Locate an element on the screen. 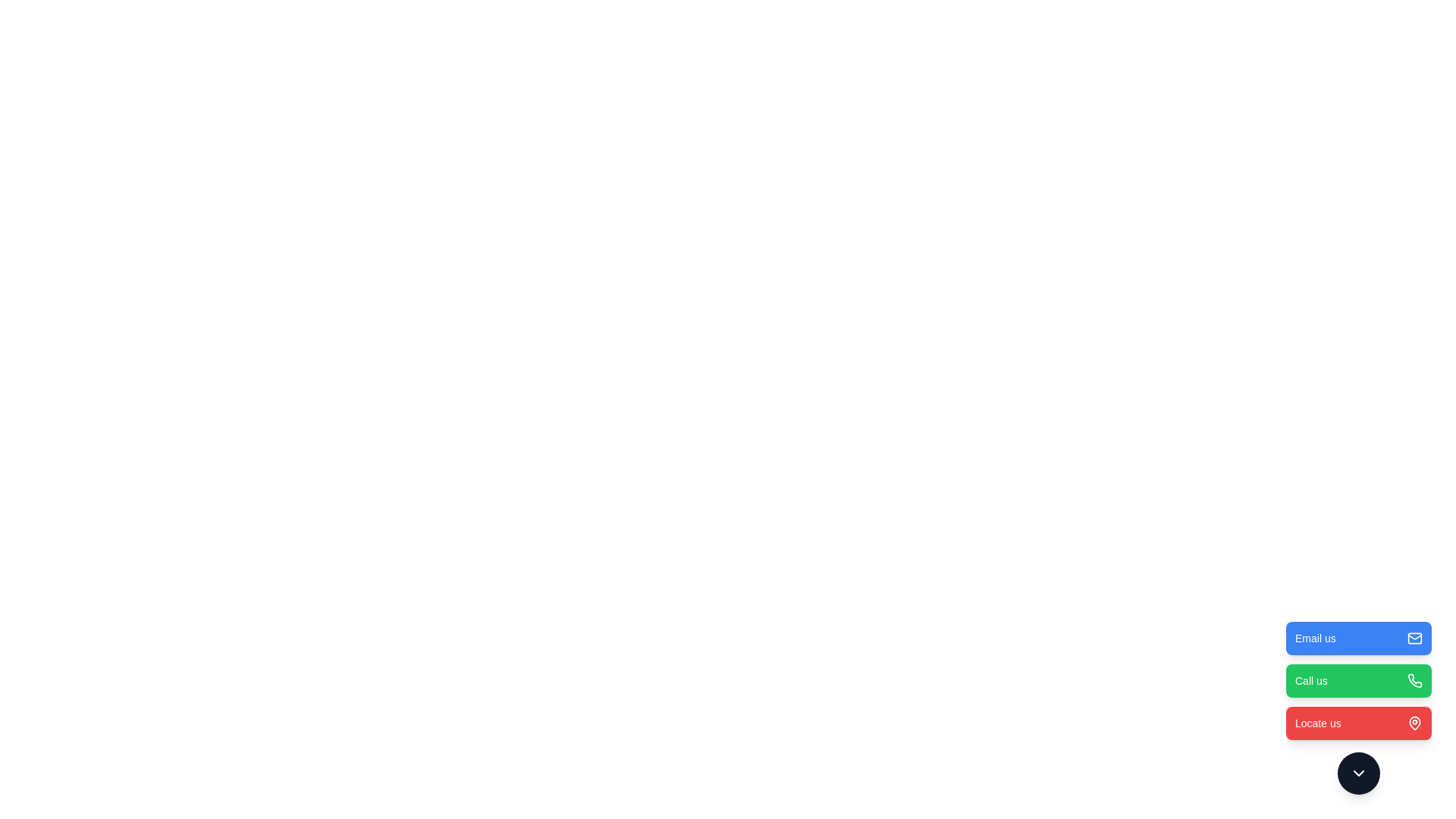  the 'Call us' button is located at coordinates (1358, 680).